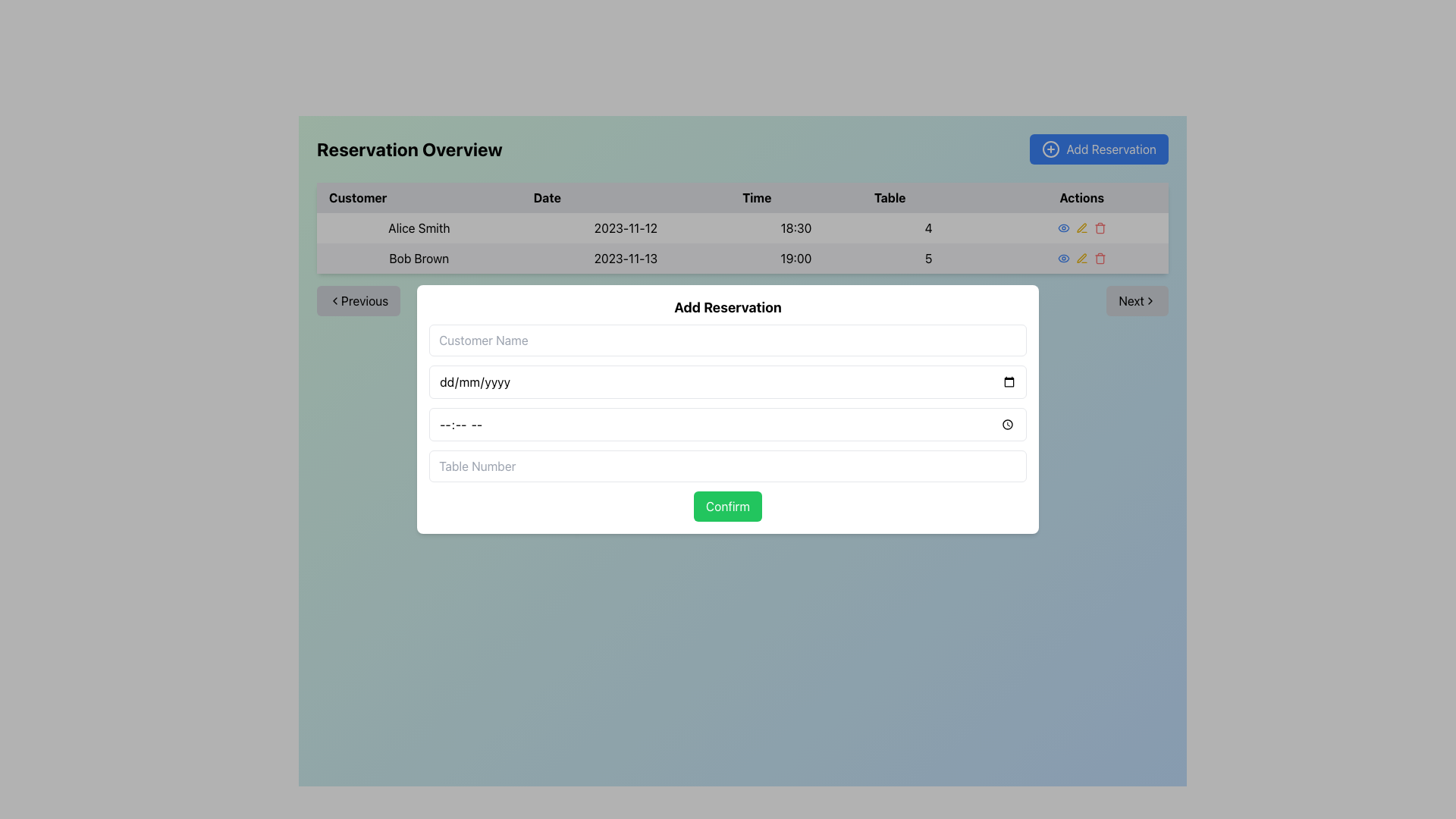  What do you see at coordinates (1081, 227) in the screenshot?
I see `the yellow pencil icon located in the 'Actions' column of the first row of the data table for the reservation entry of 'Alice Smith' to change its color` at bounding box center [1081, 227].